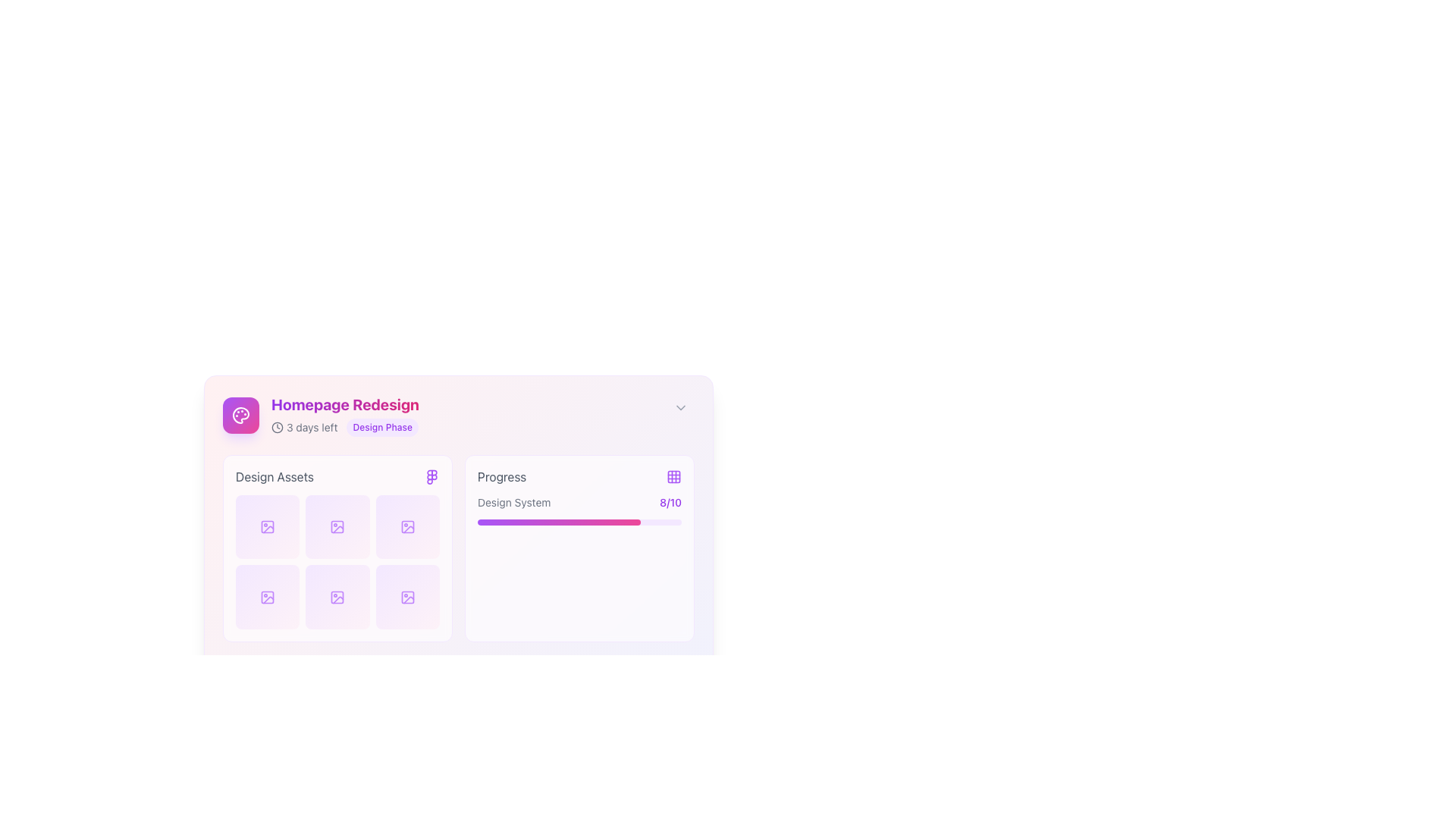 The image size is (1456, 819). Describe the element at coordinates (275, 475) in the screenshot. I see `the text label reading 'Design Assets', which is styled in gray and positioned at the top-left of a group of icons` at that location.